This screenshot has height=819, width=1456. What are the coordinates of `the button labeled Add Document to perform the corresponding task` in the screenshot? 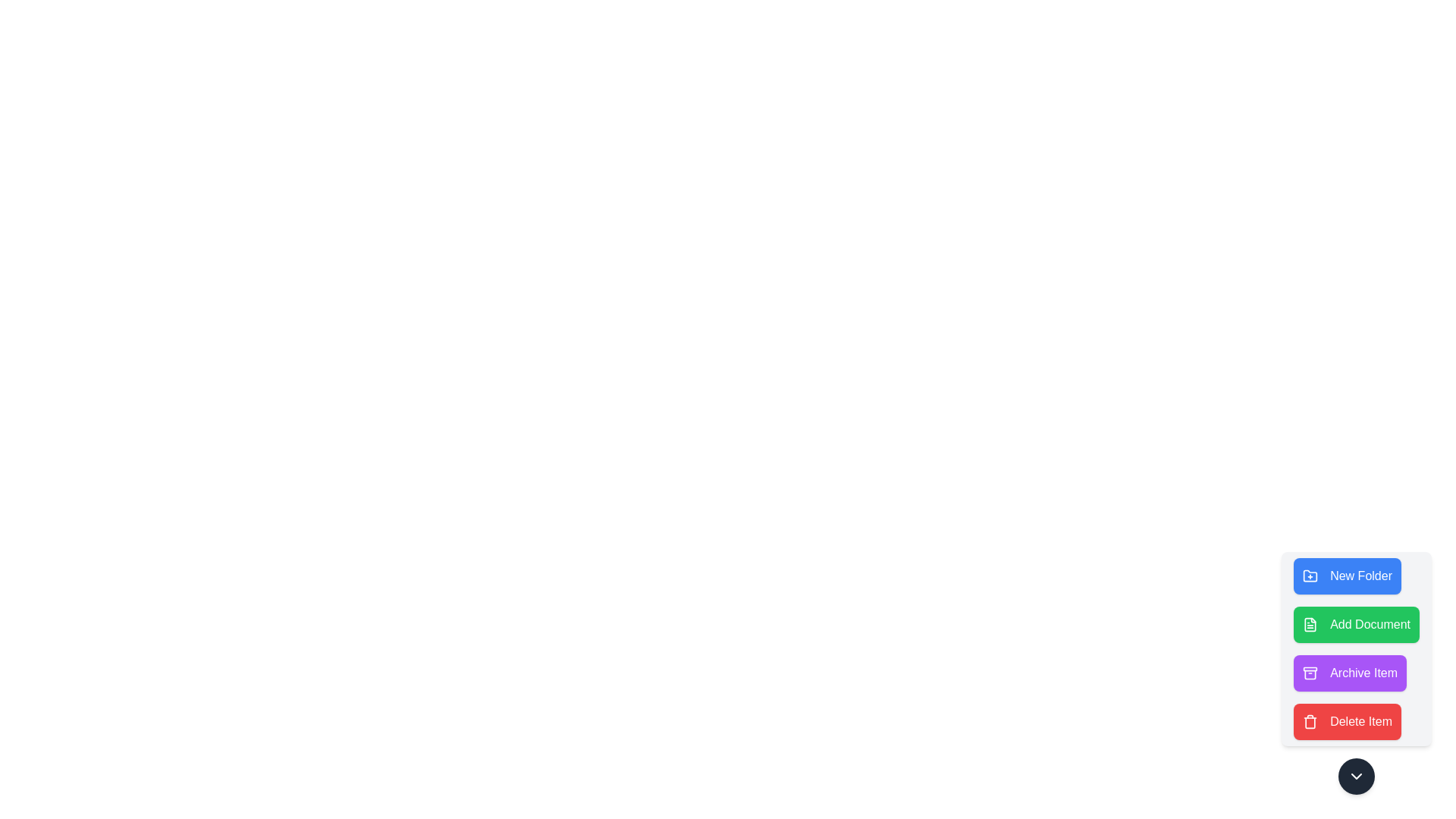 It's located at (1357, 625).